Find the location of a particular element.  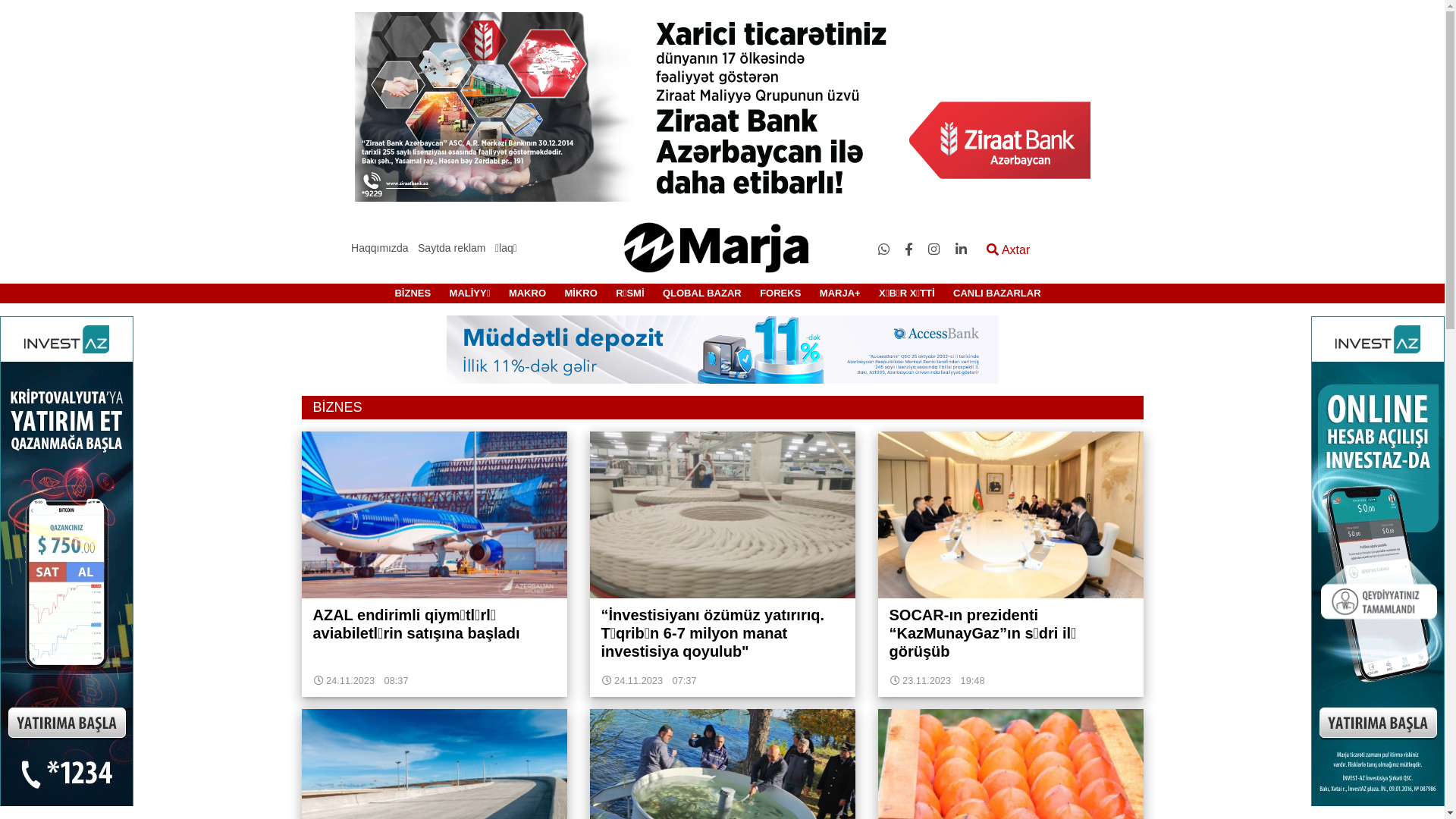

'FOREKS' is located at coordinates (780, 293).